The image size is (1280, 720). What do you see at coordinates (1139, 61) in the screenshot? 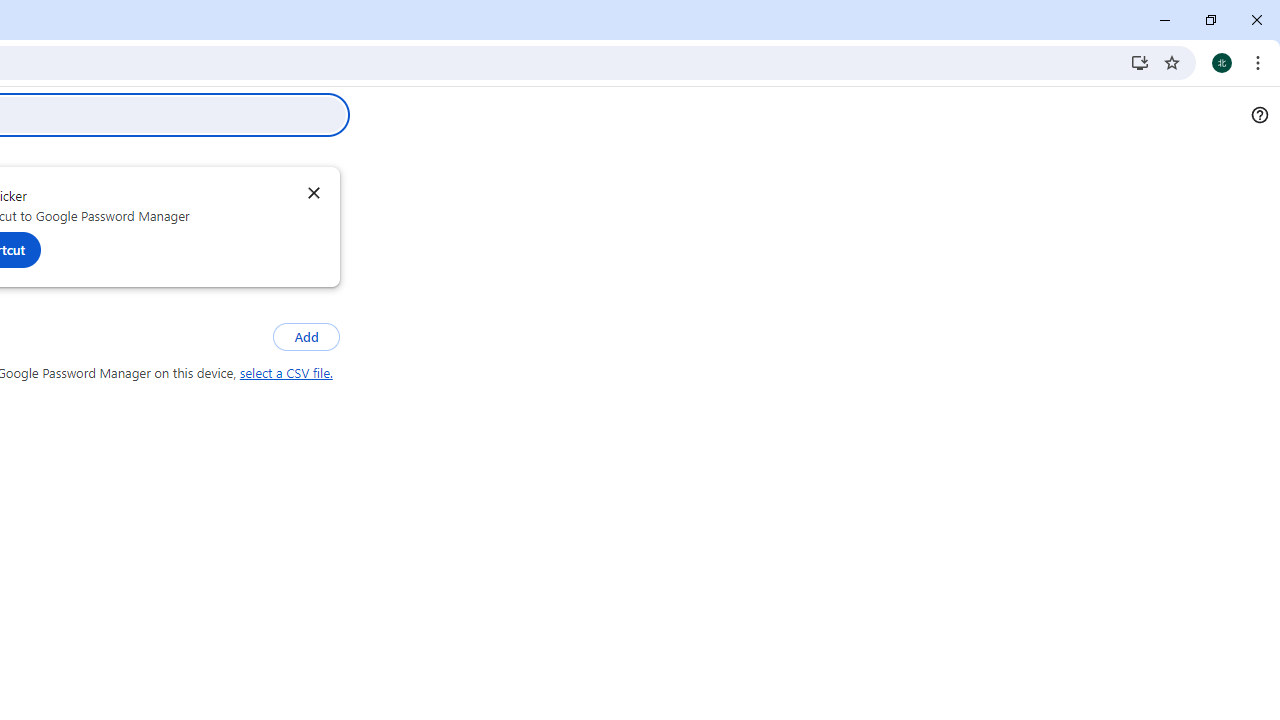
I see `'Install Google Password Manager'` at bounding box center [1139, 61].